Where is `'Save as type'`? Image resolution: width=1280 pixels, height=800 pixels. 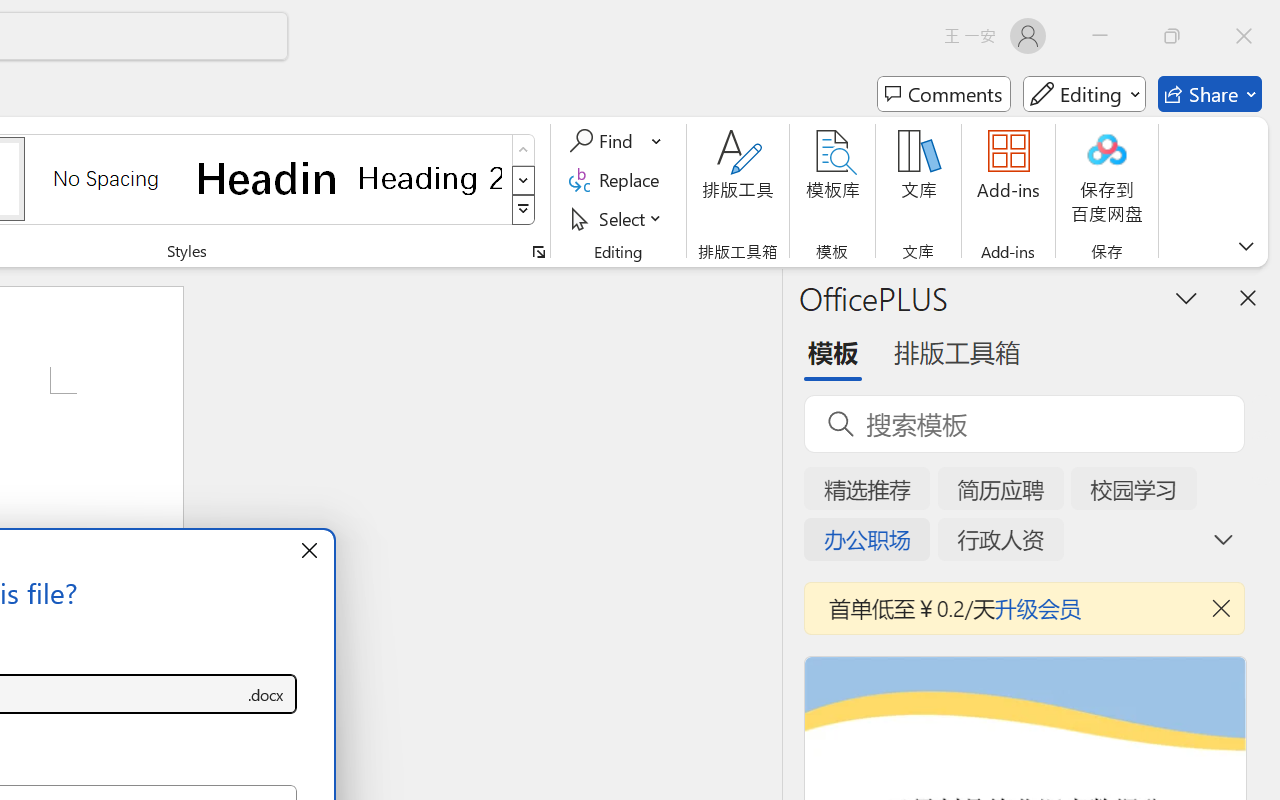
'Save as type' is located at coordinates (264, 694).